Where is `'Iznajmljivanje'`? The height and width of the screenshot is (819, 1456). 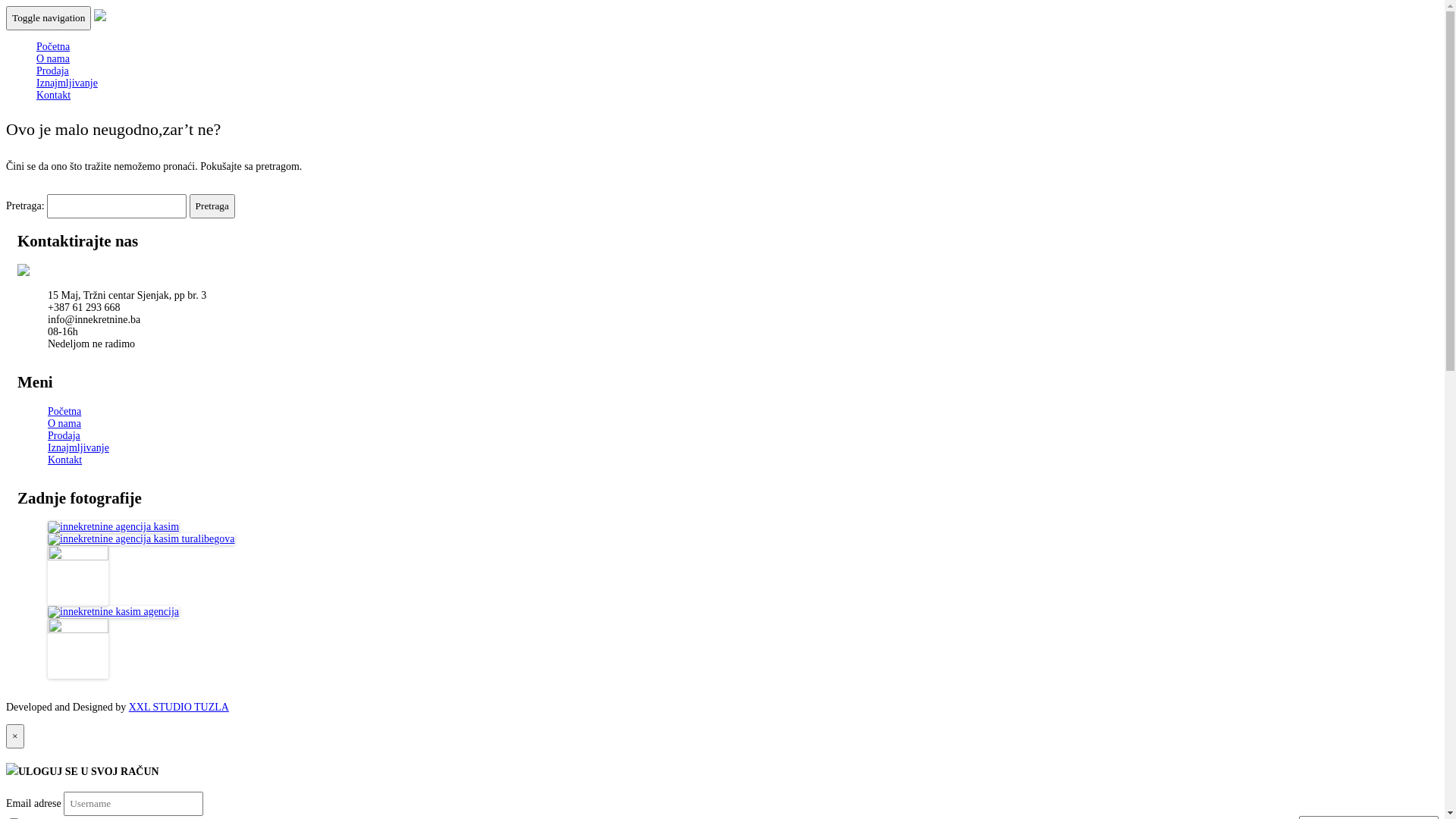
'Iznajmljivanje' is located at coordinates (77, 447).